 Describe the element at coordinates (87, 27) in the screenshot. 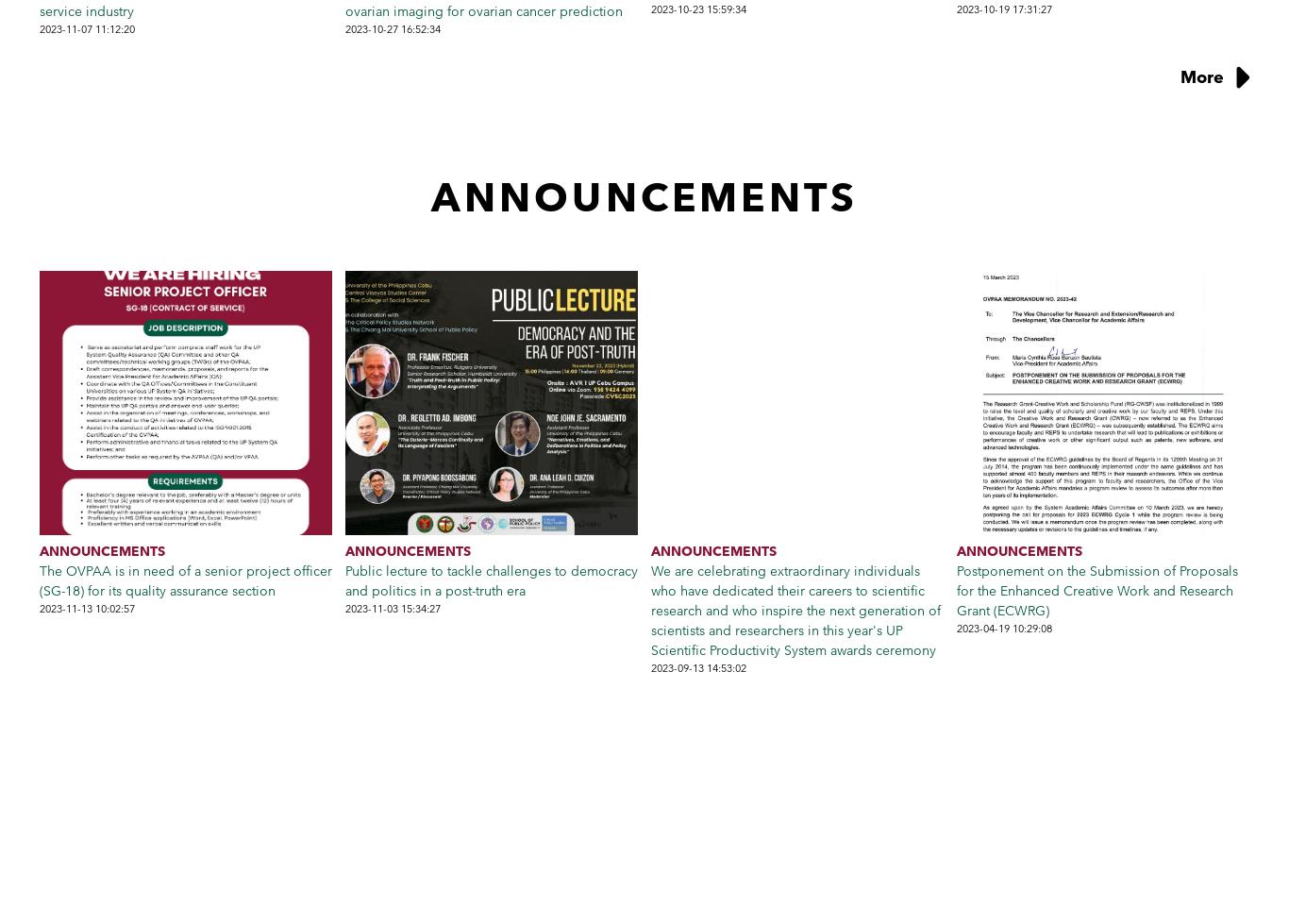

I see `'2023-11-07 11:12:20'` at that location.